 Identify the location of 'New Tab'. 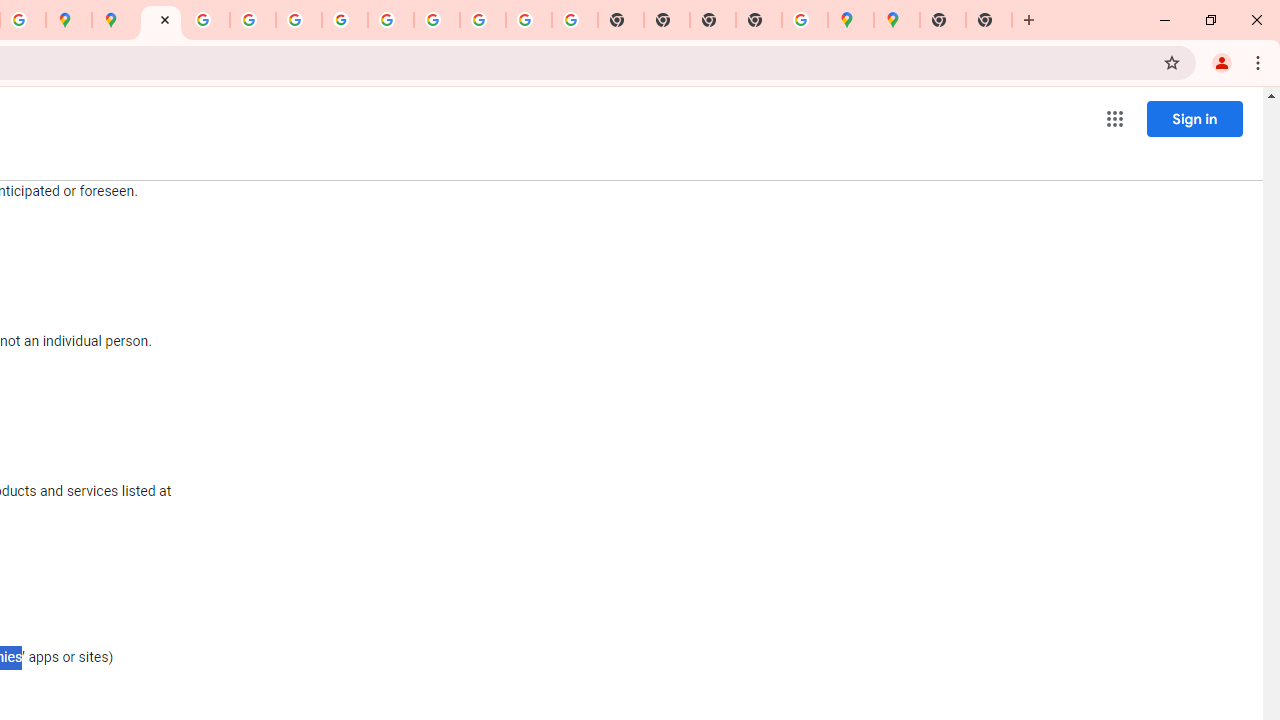
(989, 20).